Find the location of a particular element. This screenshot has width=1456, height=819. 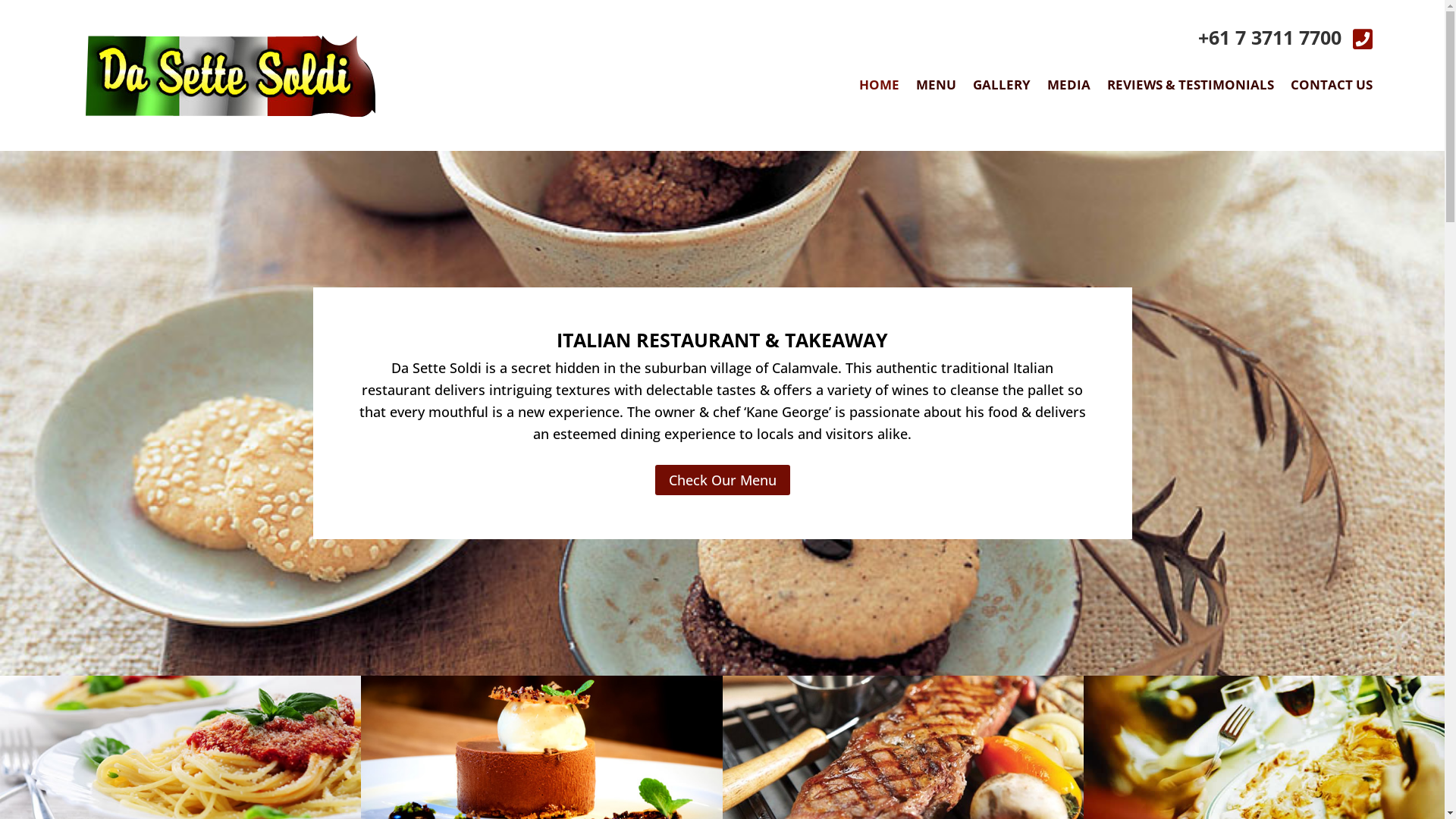

'+61 7 3711 7700' is located at coordinates (1269, 36).